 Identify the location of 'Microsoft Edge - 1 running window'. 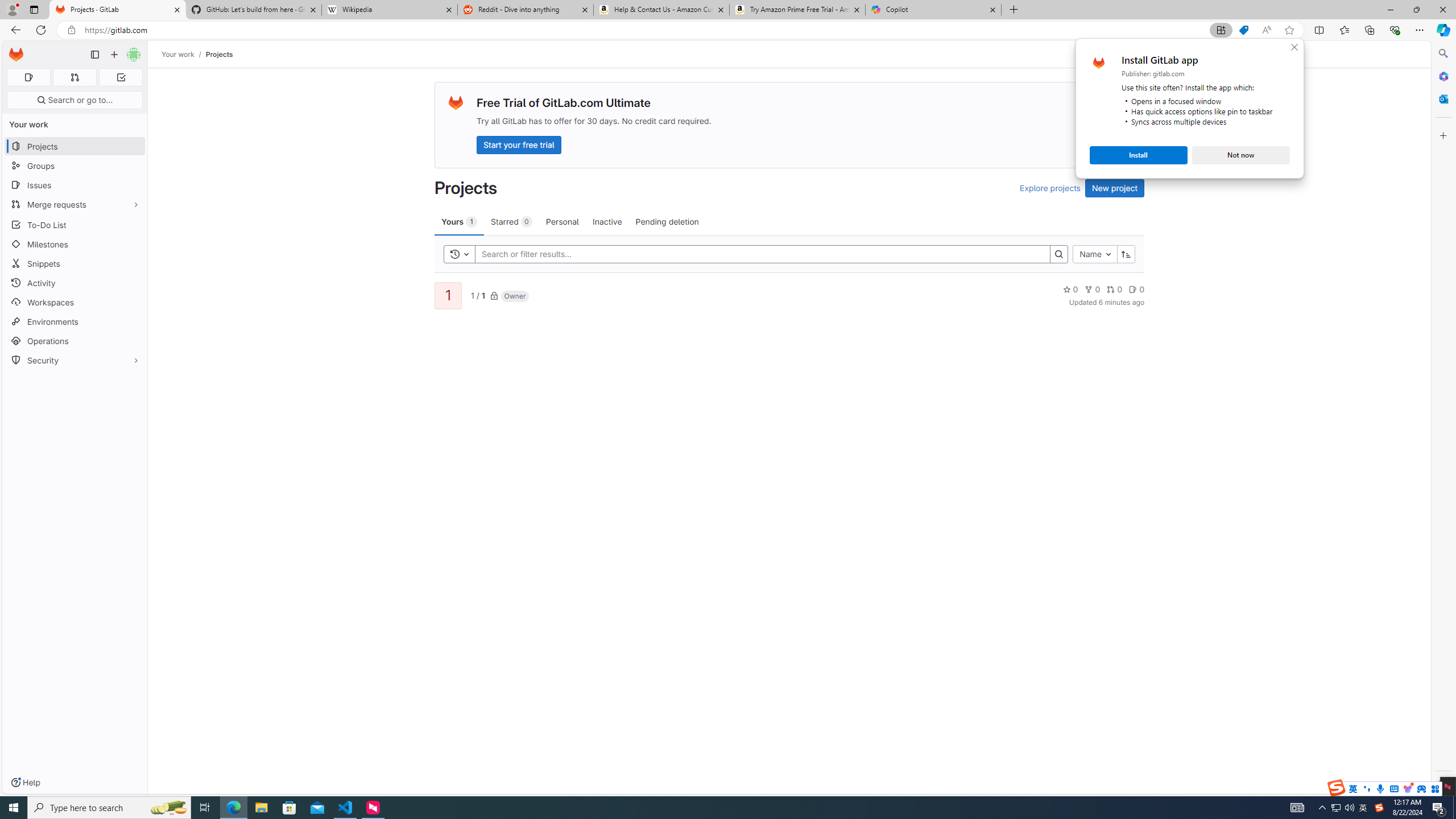
(233, 806).